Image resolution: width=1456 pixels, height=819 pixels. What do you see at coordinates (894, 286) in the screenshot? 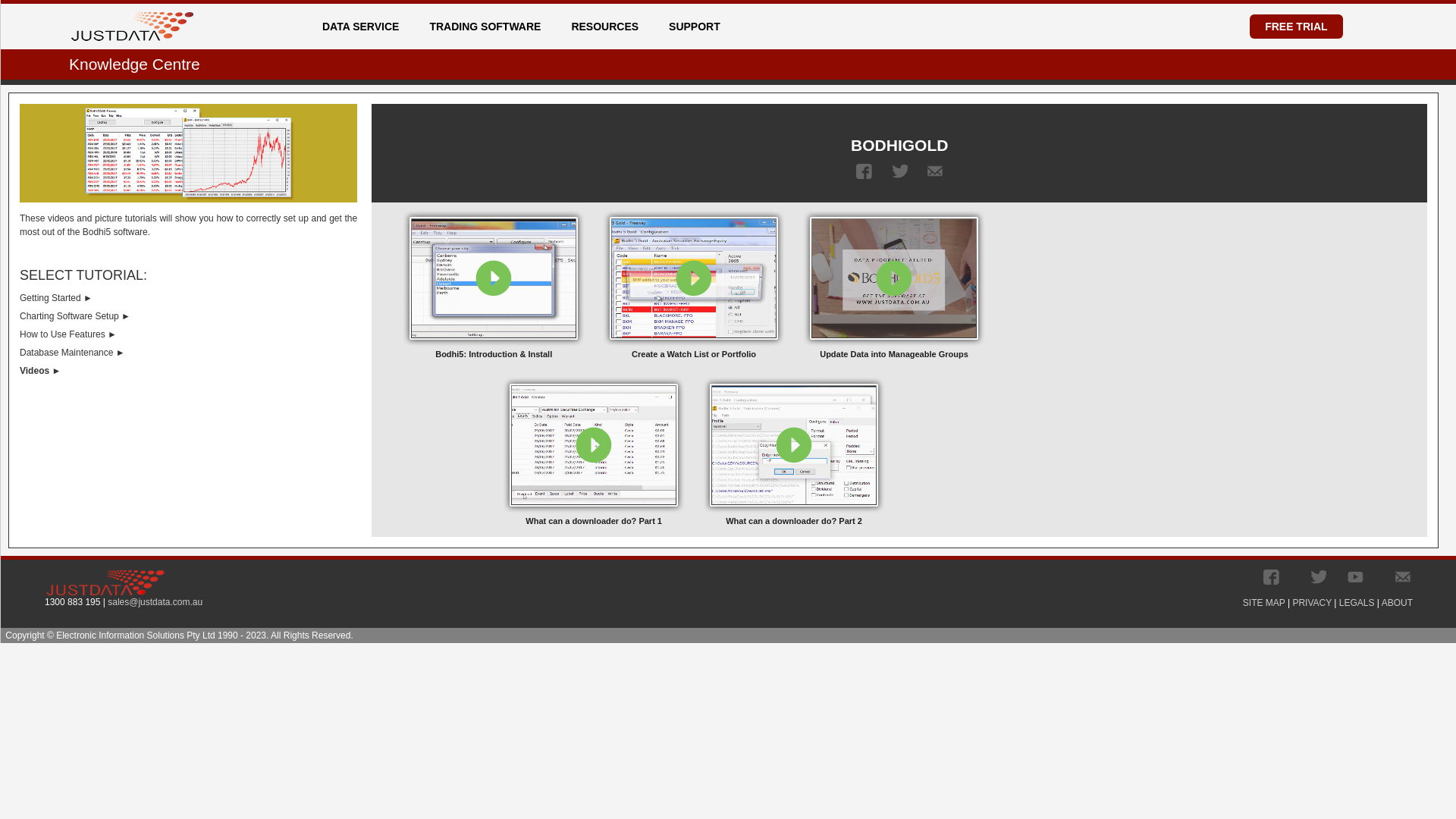
I see `'Update Data into Manageable Groups'` at bounding box center [894, 286].